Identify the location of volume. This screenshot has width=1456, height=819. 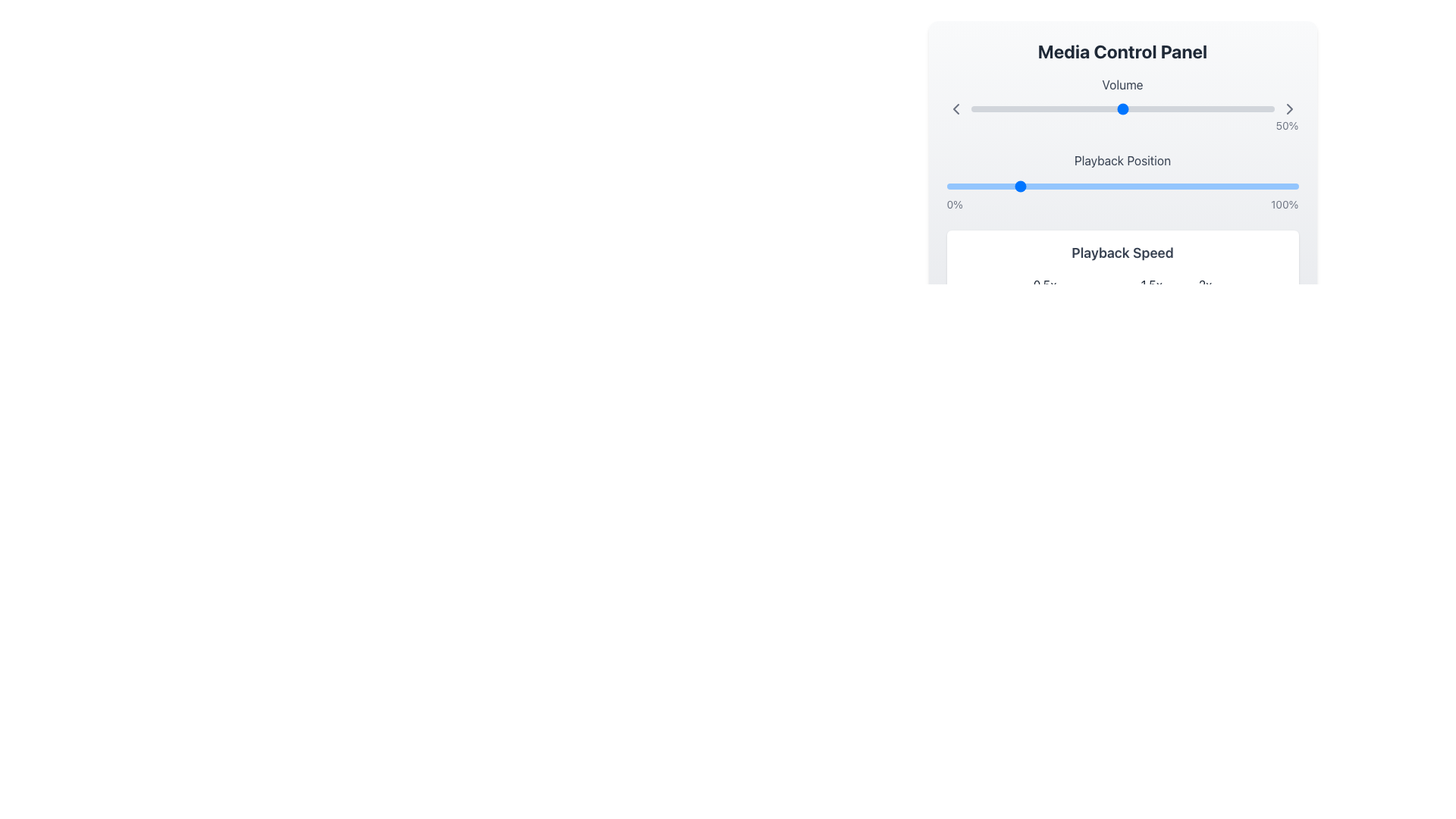
(995, 108).